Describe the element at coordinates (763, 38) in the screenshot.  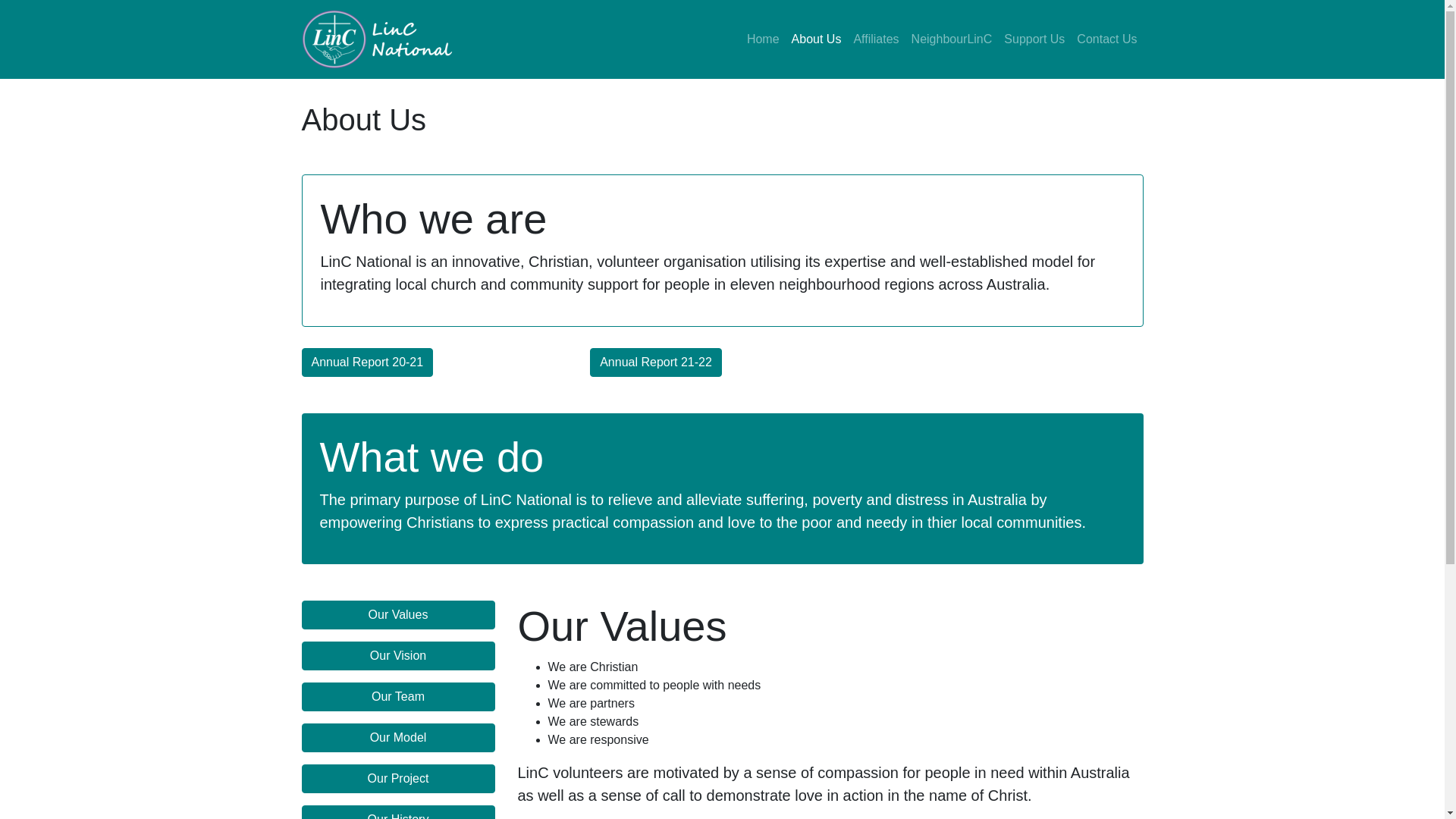
I see `'Home'` at that location.